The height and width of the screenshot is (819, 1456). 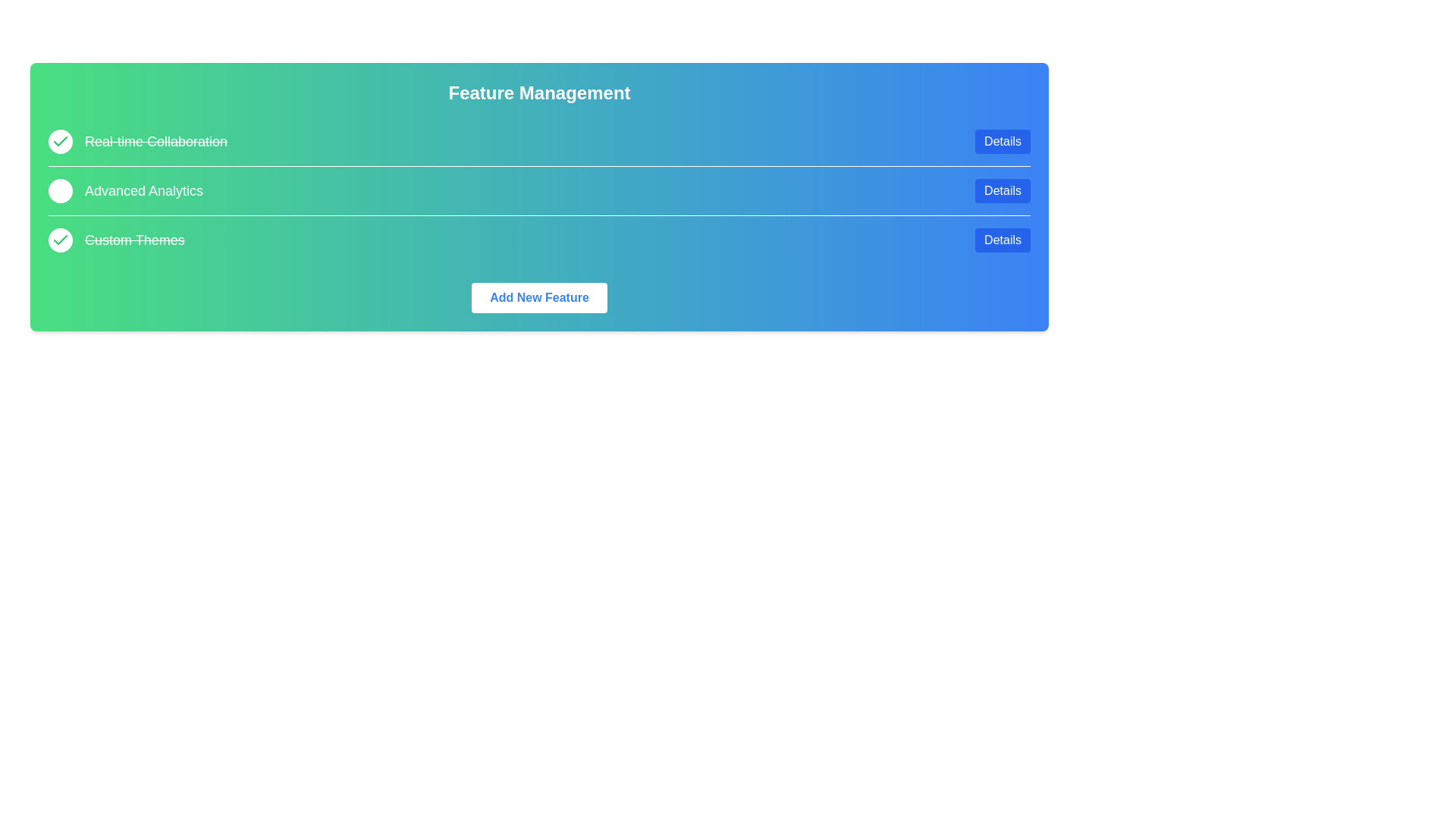 What do you see at coordinates (61, 239) in the screenshot?
I see `the feature Custom Themes by clicking its circular checkbox` at bounding box center [61, 239].